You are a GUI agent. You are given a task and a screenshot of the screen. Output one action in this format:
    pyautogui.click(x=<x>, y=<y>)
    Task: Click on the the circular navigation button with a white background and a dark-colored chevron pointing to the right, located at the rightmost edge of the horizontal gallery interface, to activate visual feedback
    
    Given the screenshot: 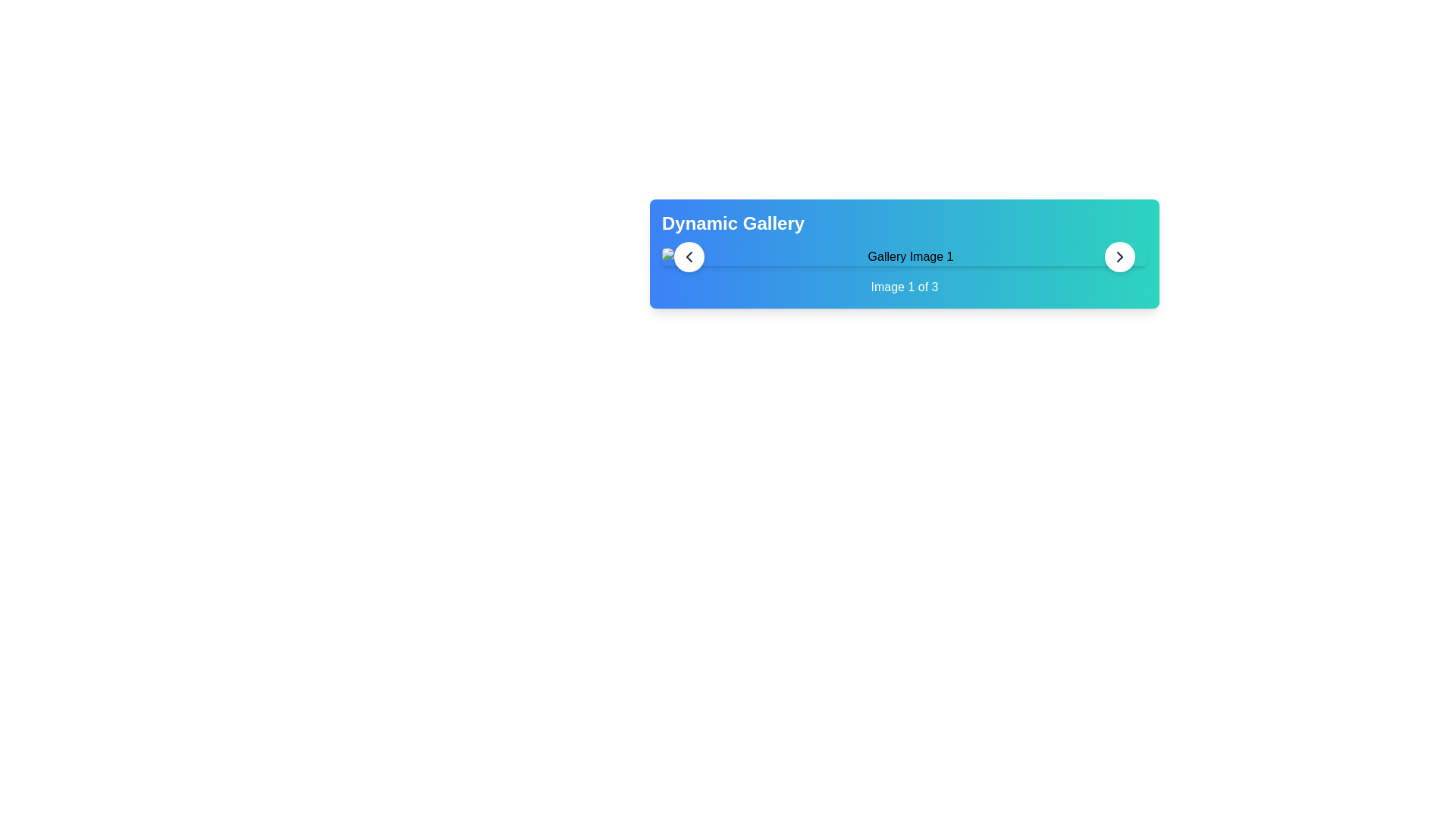 What is the action you would take?
    pyautogui.click(x=1120, y=256)
    